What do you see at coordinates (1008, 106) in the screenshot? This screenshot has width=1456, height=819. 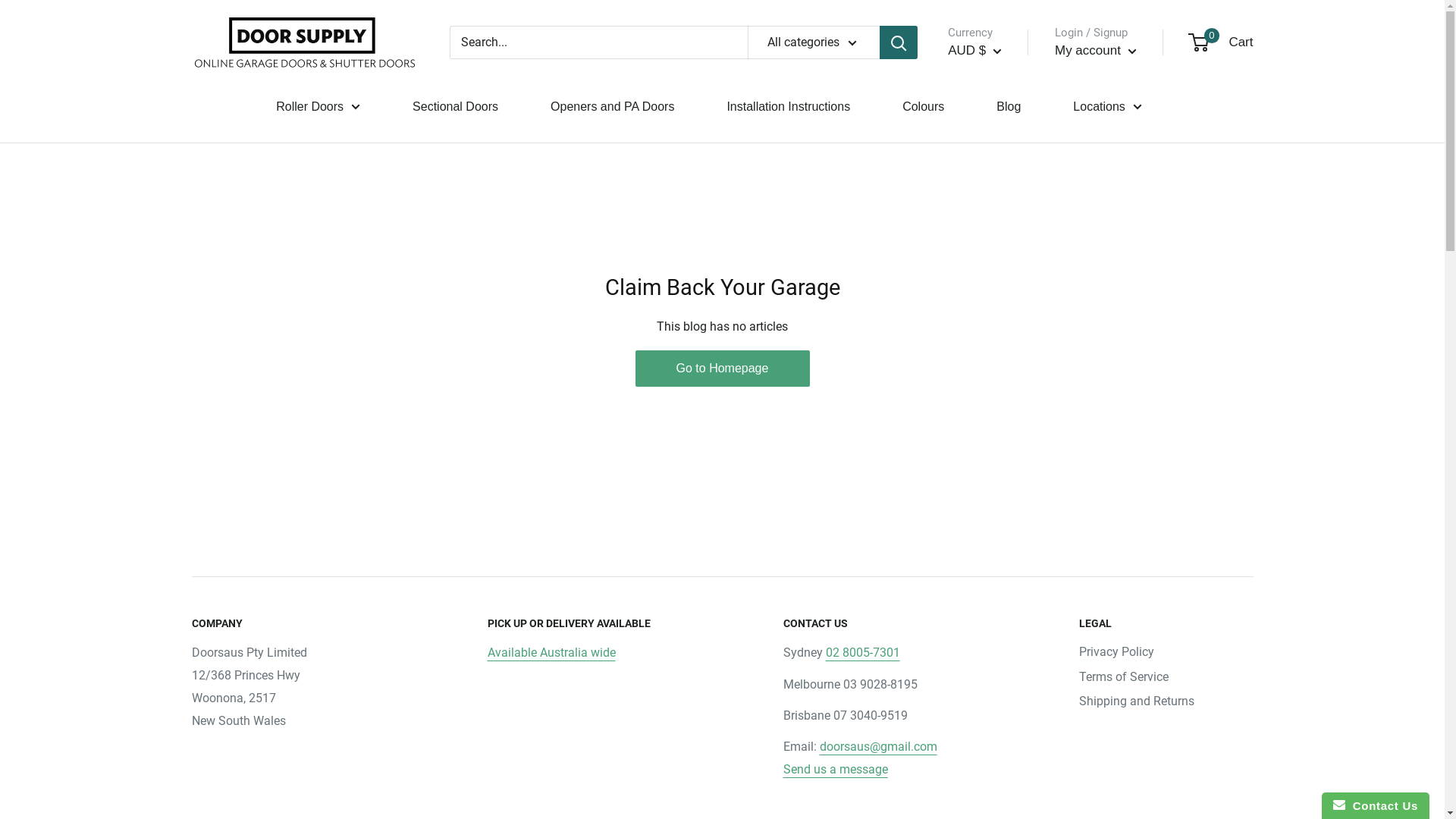 I see `'Blog'` at bounding box center [1008, 106].